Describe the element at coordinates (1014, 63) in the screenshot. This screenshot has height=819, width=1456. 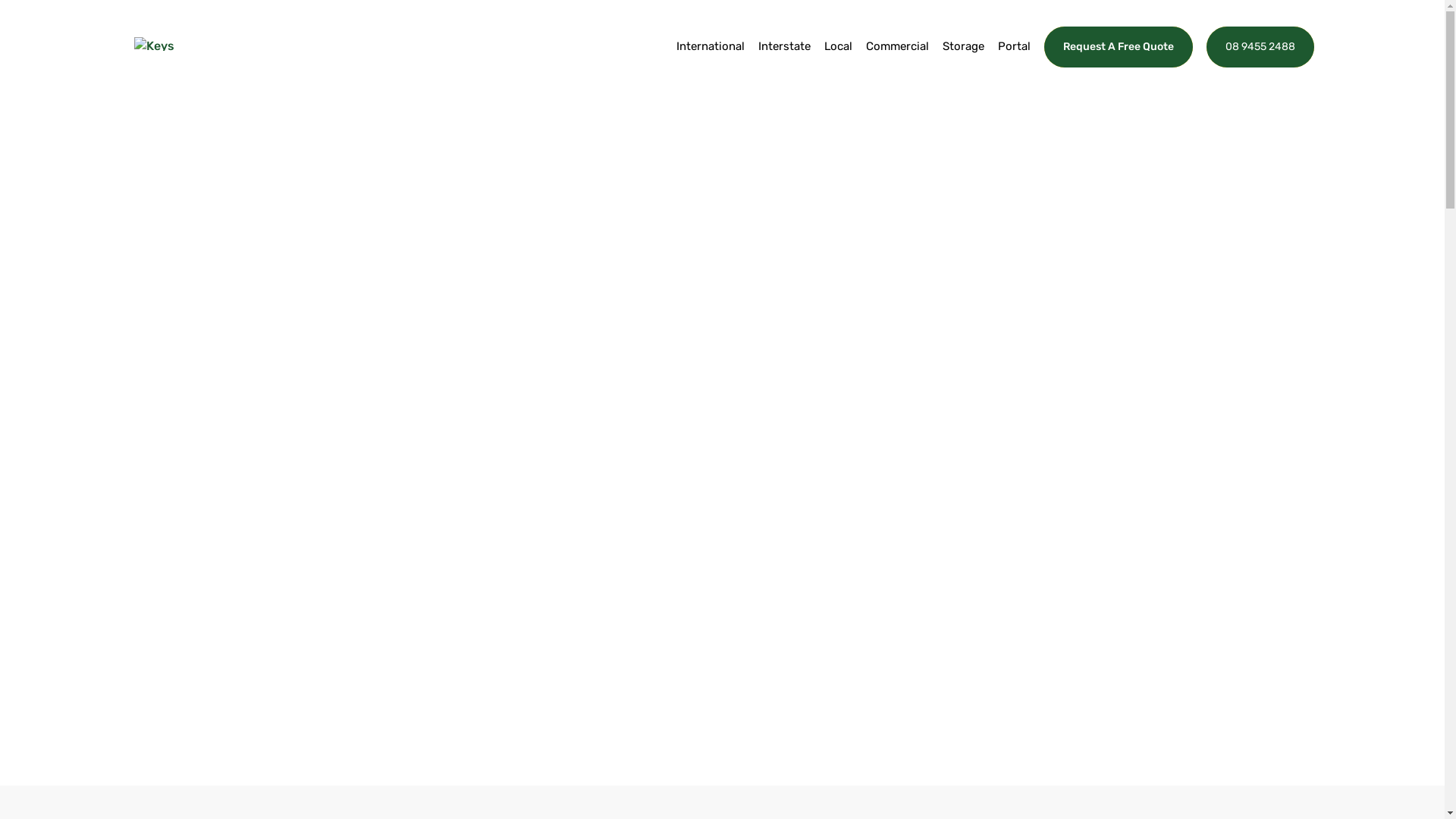
I see `'Portal'` at that location.